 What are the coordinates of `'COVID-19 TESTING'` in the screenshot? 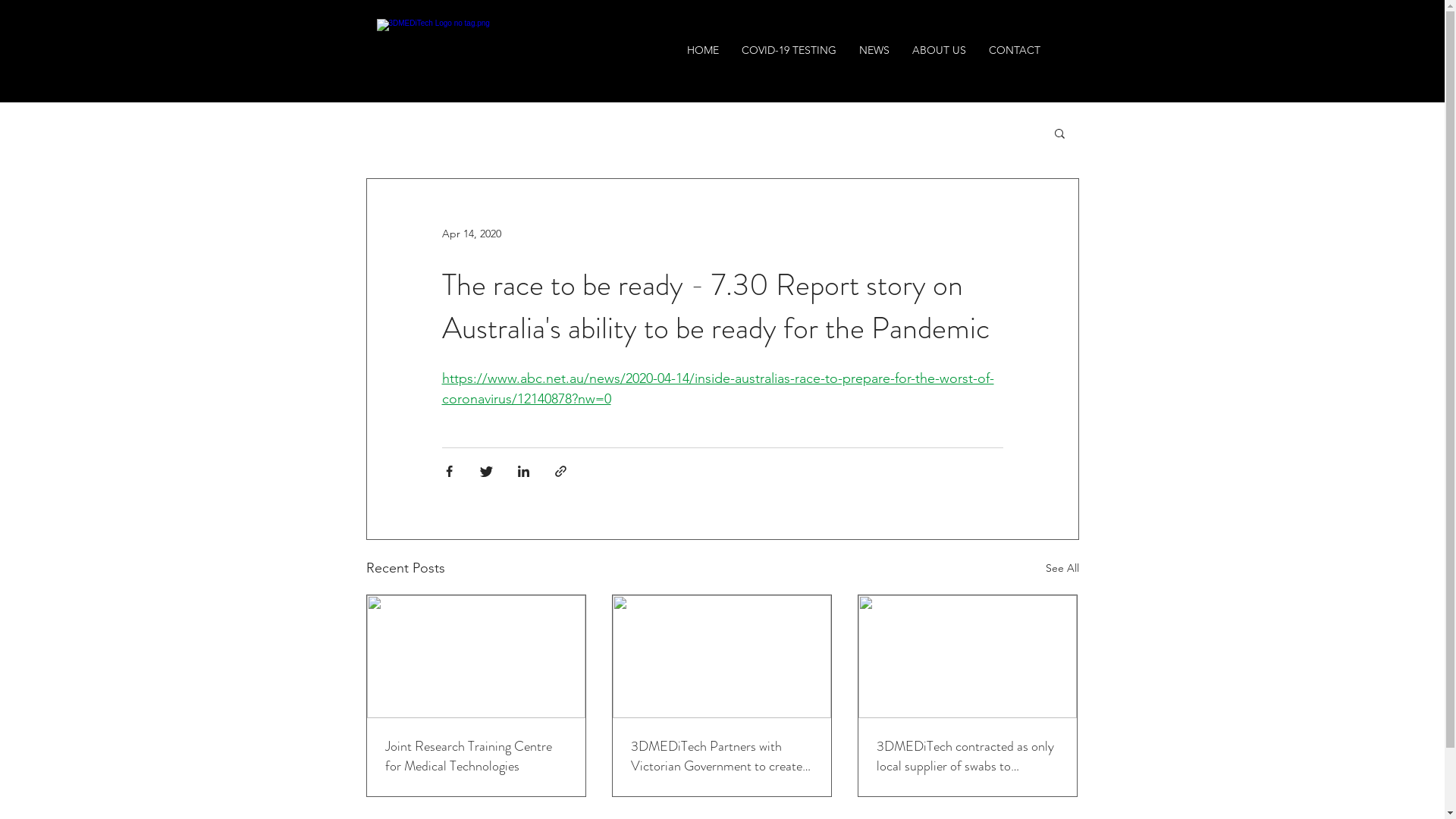 It's located at (788, 49).